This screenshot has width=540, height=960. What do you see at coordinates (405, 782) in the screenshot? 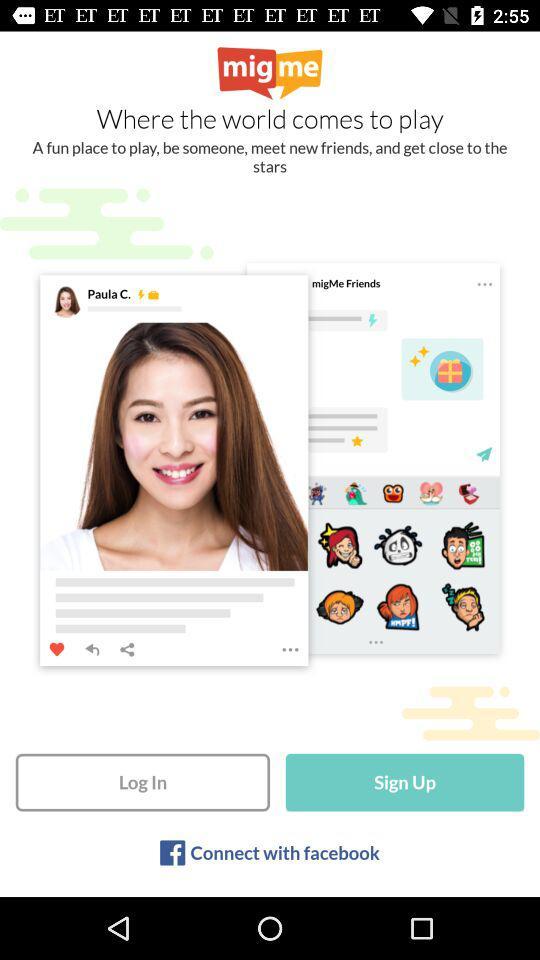
I see `sign up` at bounding box center [405, 782].